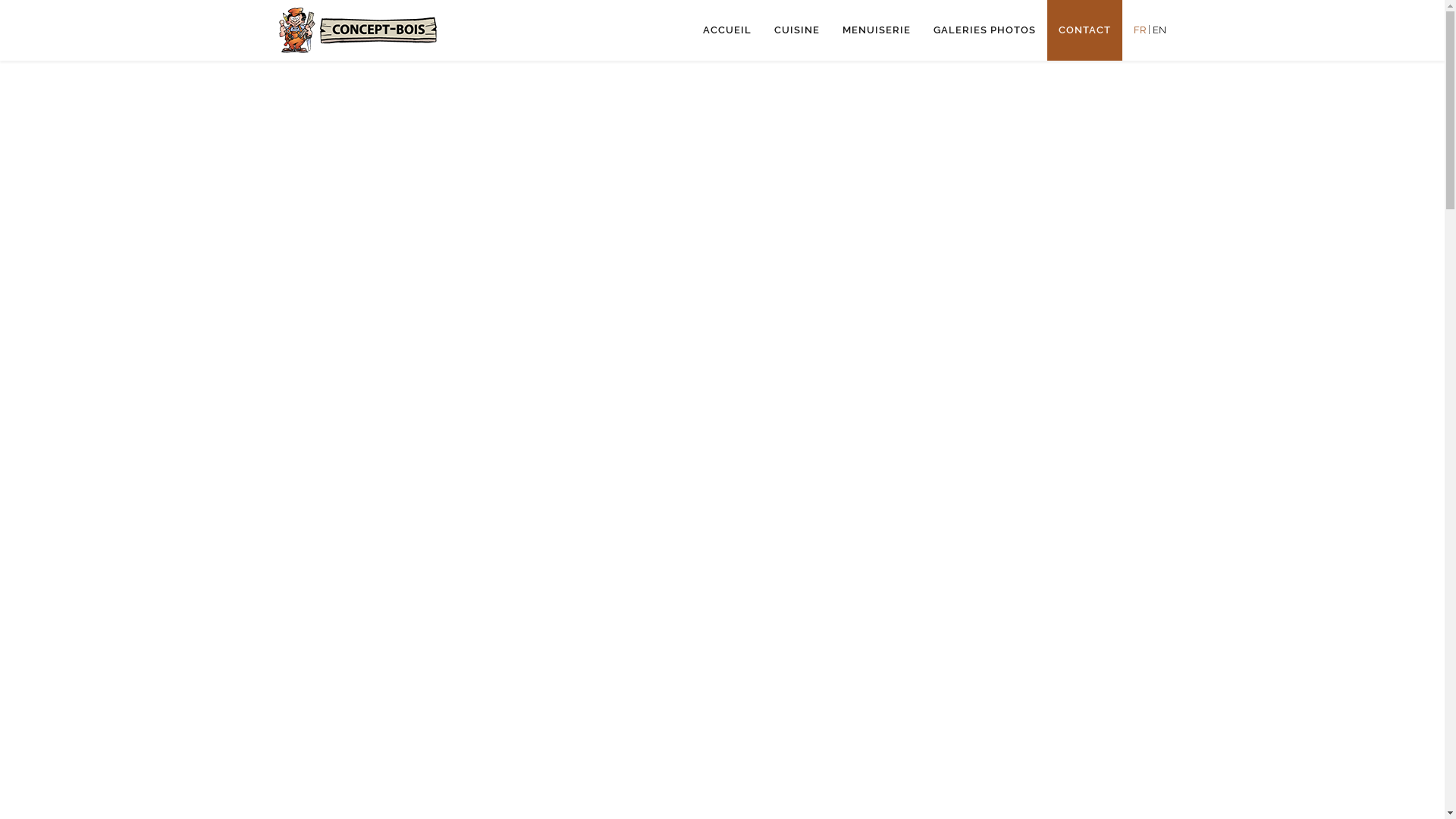  What do you see at coordinates (726, 30) in the screenshot?
I see `'ACCUEIL'` at bounding box center [726, 30].